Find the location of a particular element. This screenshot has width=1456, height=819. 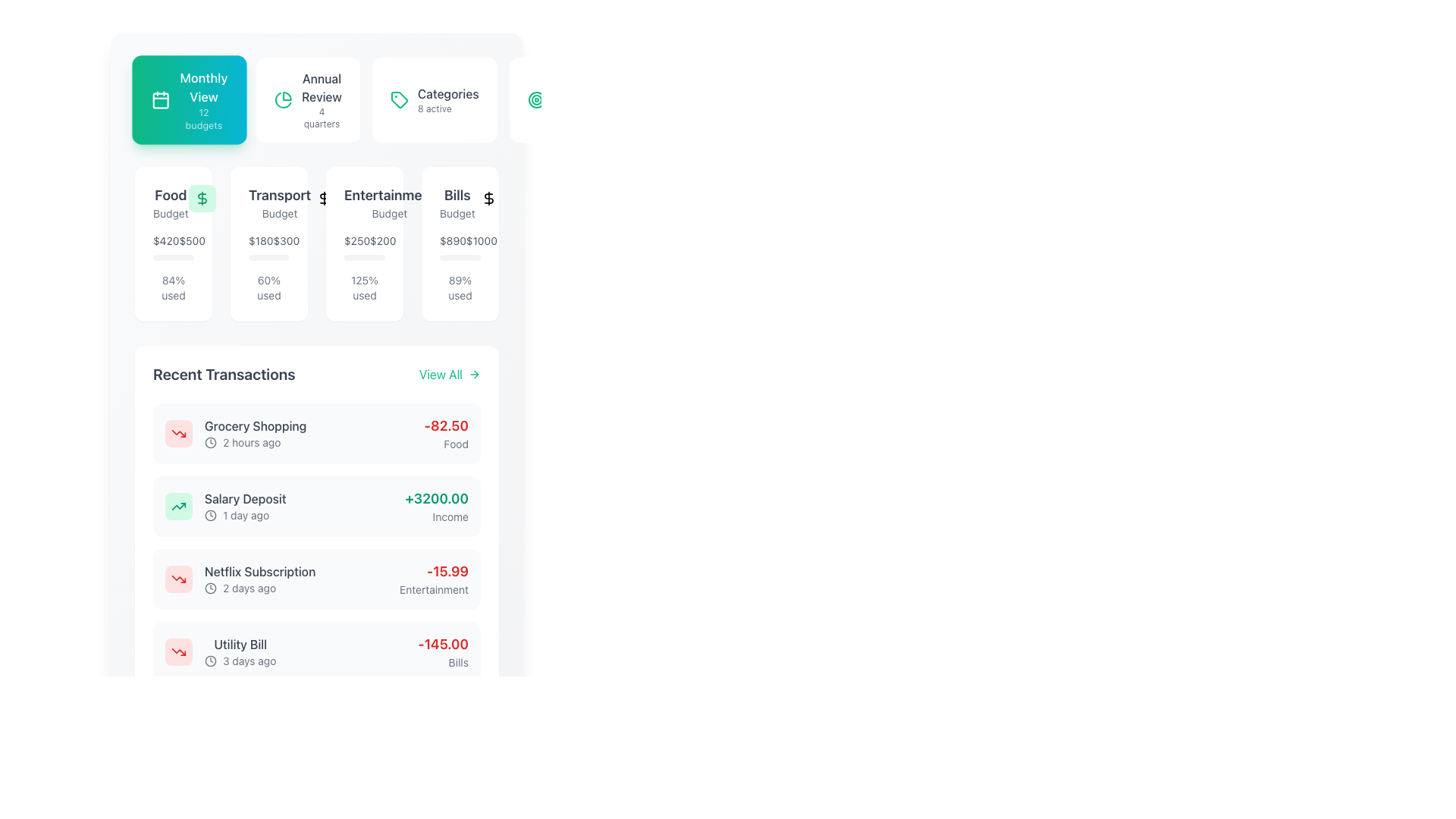

the dollar sign icon with a black color and violet rounded background located under the 'Bills' budget tile in the 'Monthly View' is located at coordinates (447, 198).